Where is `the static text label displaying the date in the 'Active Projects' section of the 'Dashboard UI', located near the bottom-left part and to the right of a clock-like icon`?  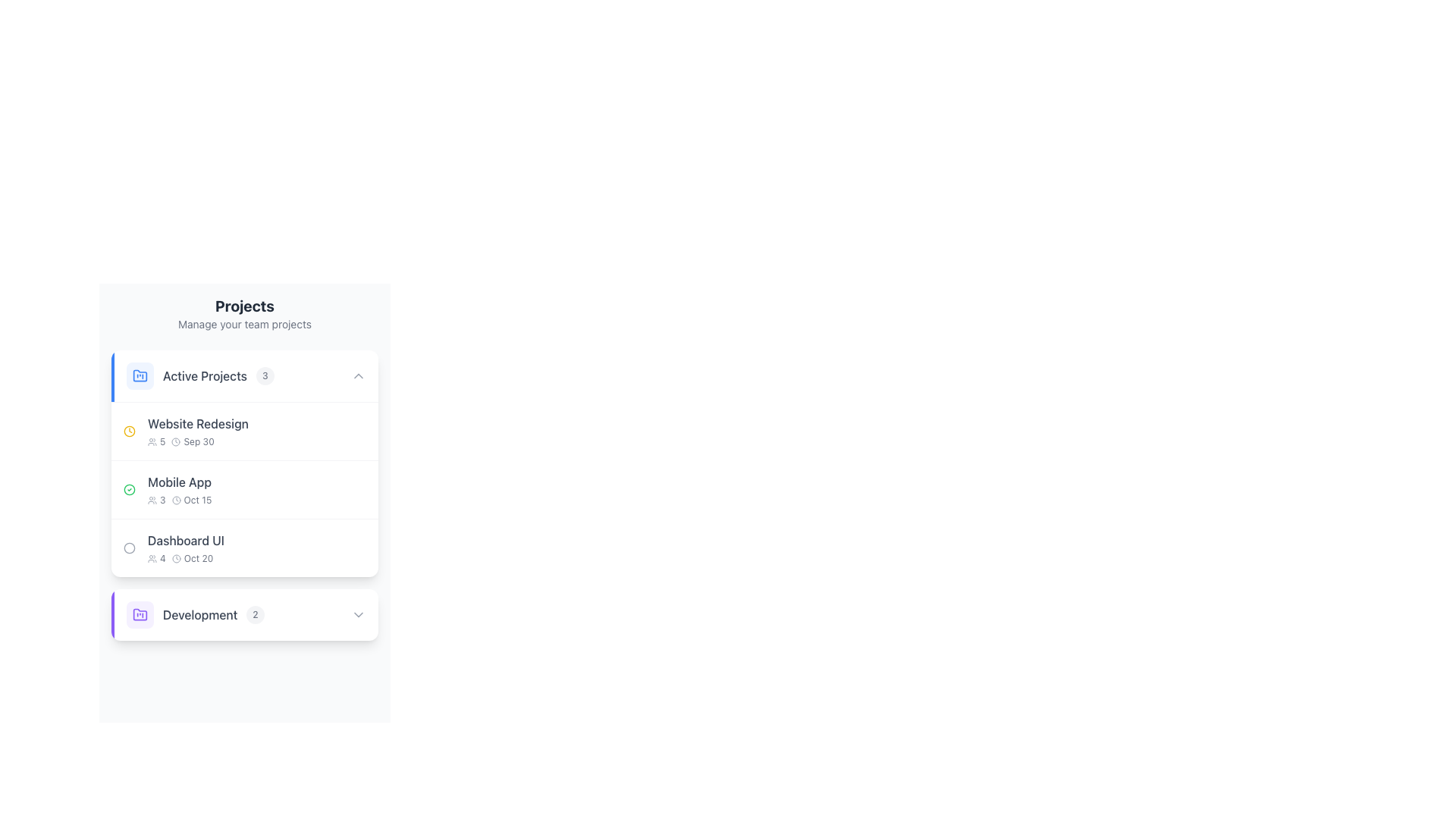
the static text label displaying the date in the 'Active Projects' section of the 'Dashboard UI', located near the bottom-left part and to the right of a clock-like icon is located at coordinates (198, 558).